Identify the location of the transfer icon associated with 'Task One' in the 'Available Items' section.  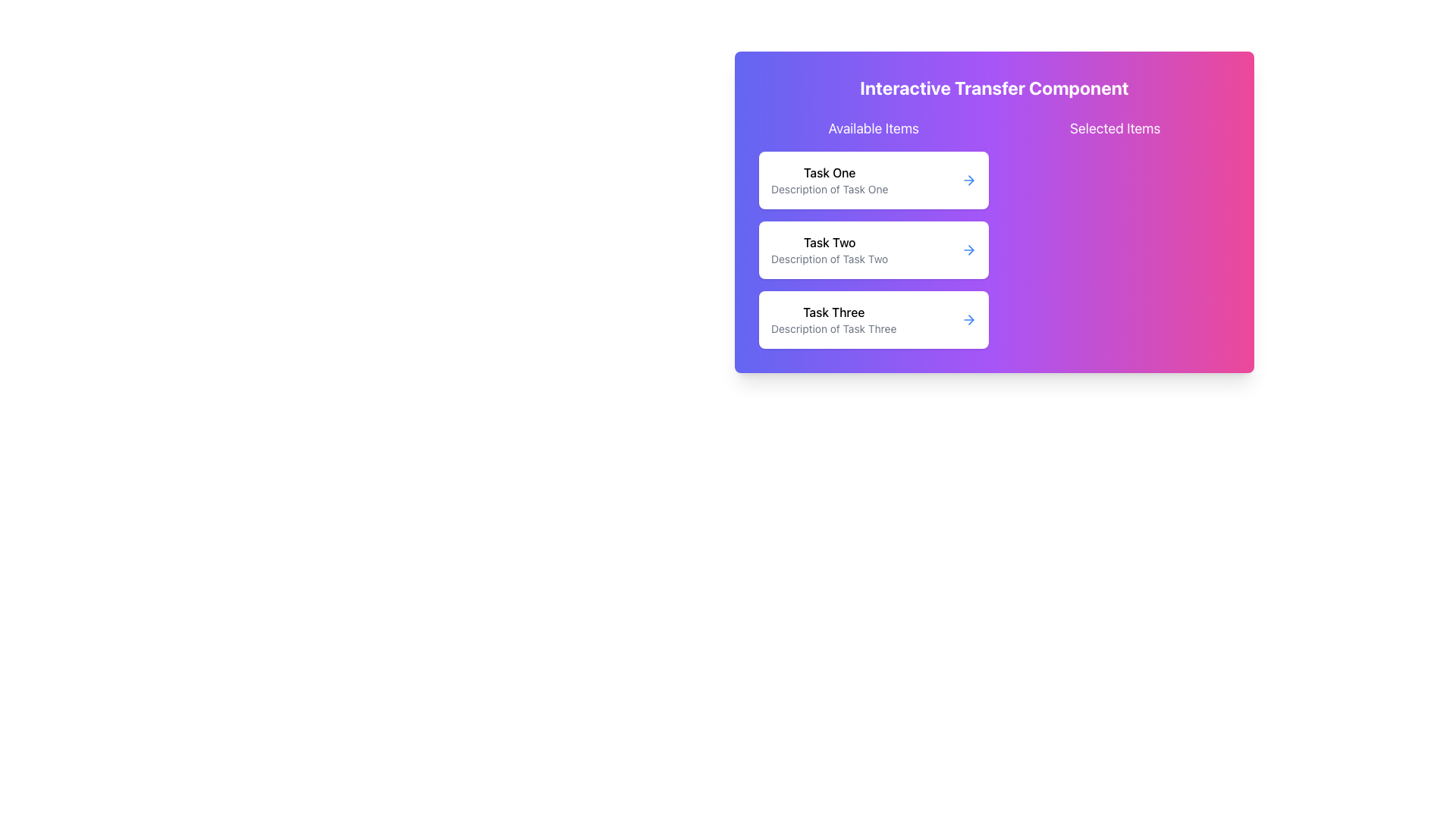
(968, 180).